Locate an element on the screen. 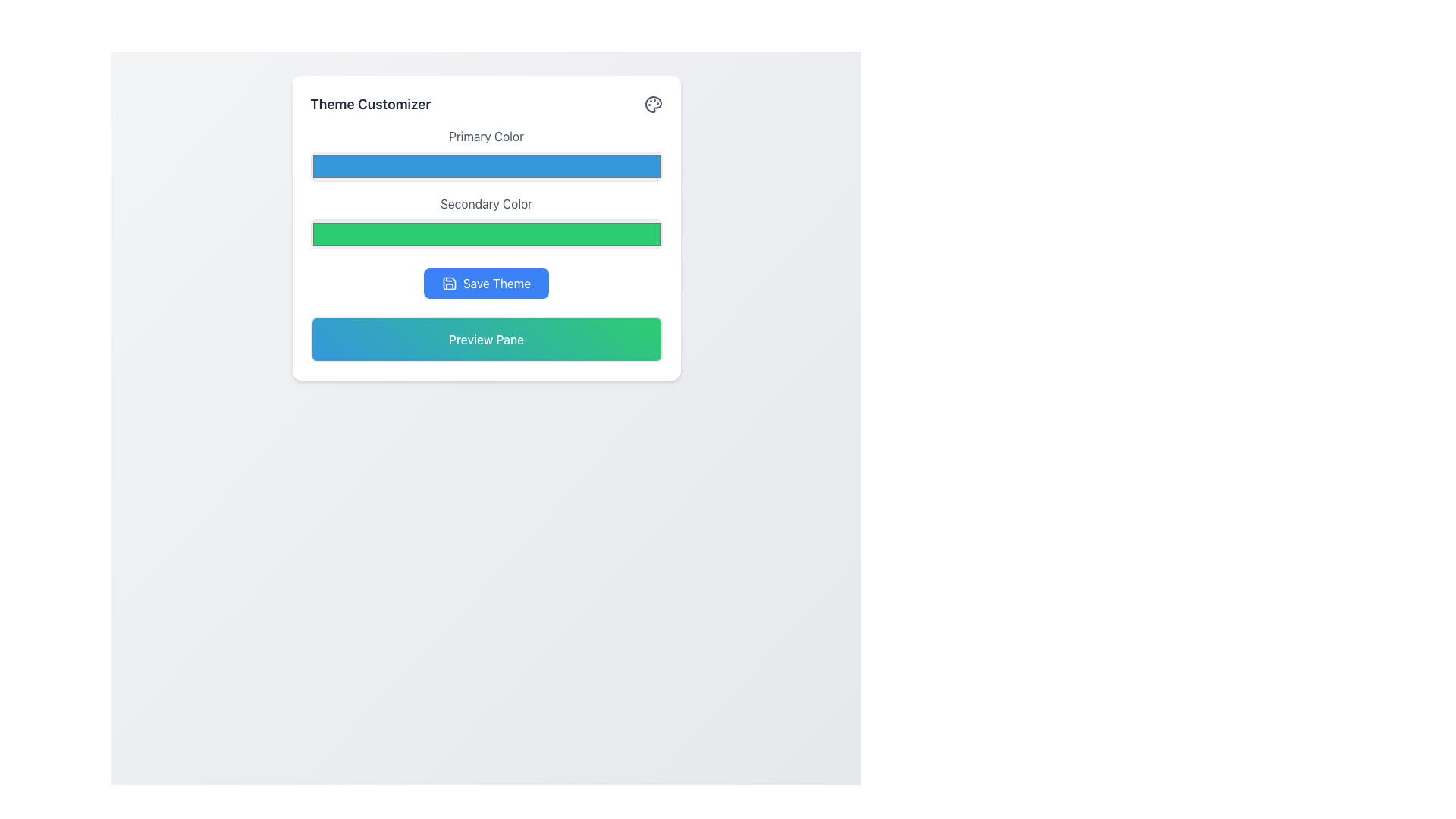 The height and width of the screenshot is (819, 1456). the 'Secondary Color' color picker input located in the 'Theme Customizer' section is located at coordinates (486, 222).